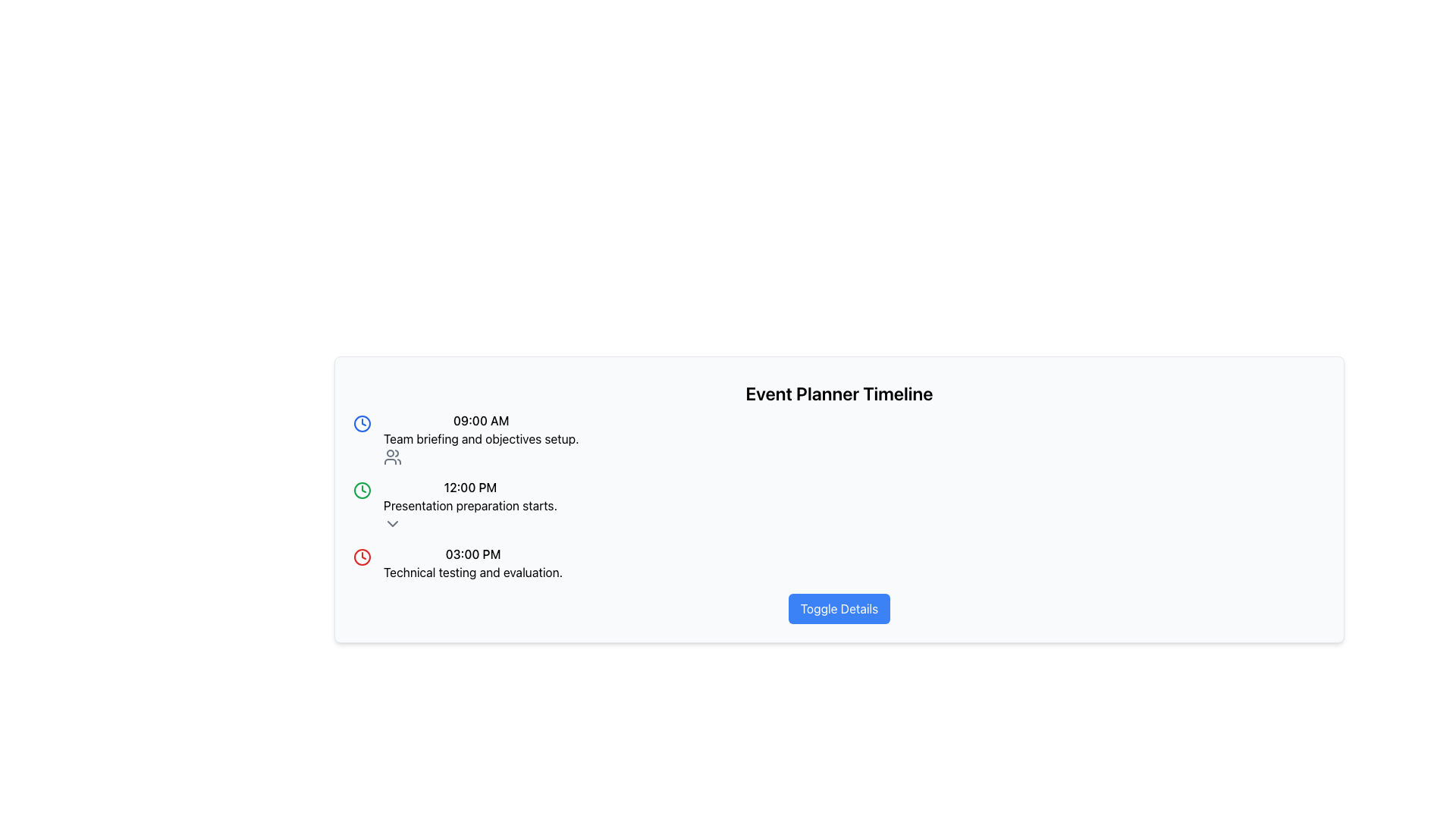  Describe the element at coordinates (362, 557) in the screenshot. I see `the clock icon indicating the event scheduled at '03:00 PM', which is positioned to the left of the corresponding text in the event list` at that location.